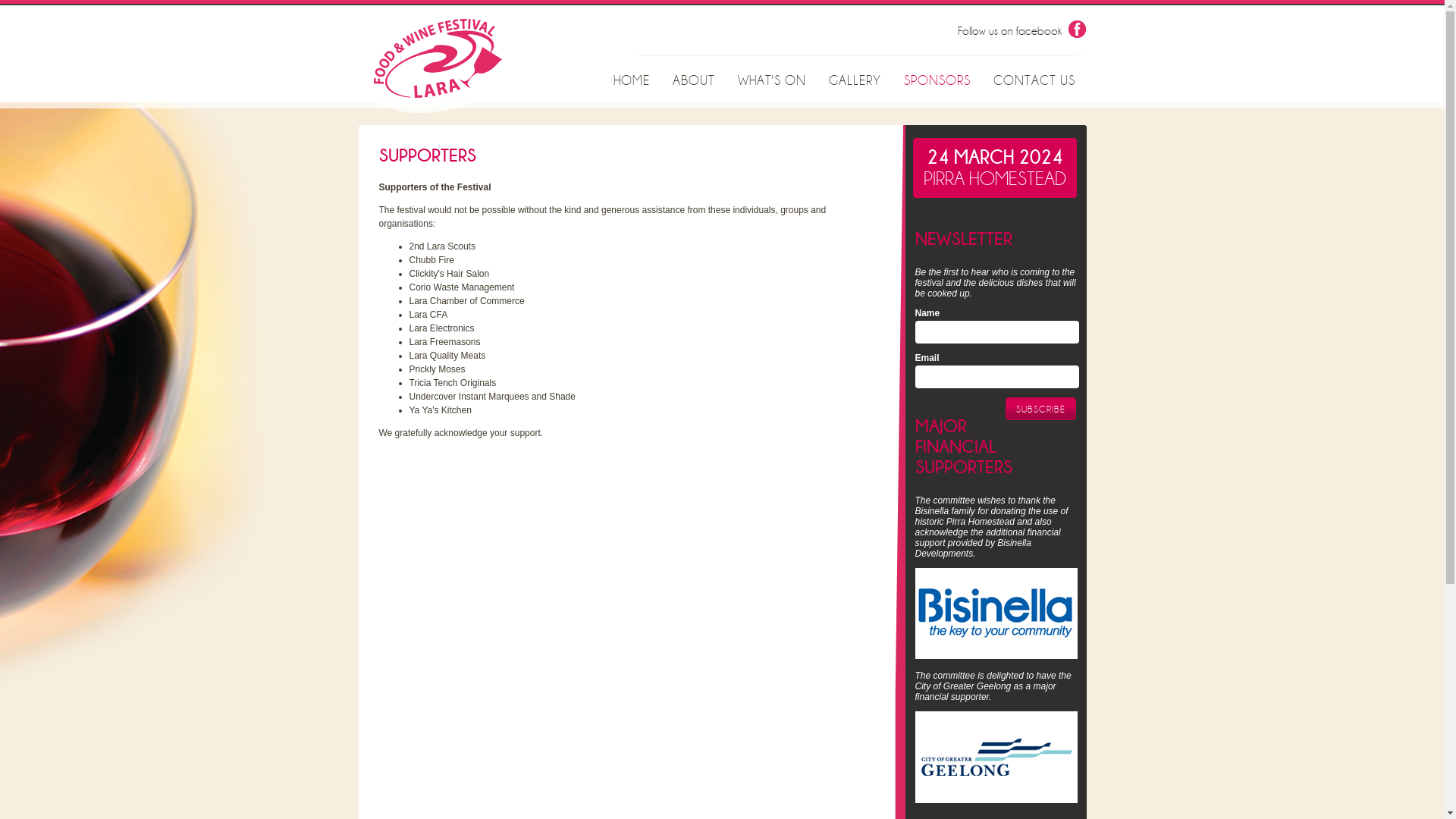 This screenshot has width=1456, height=819. Describe the element at coordinates (726, 81) in the screenshot. I see `'WHAT'S ON'` at that location.